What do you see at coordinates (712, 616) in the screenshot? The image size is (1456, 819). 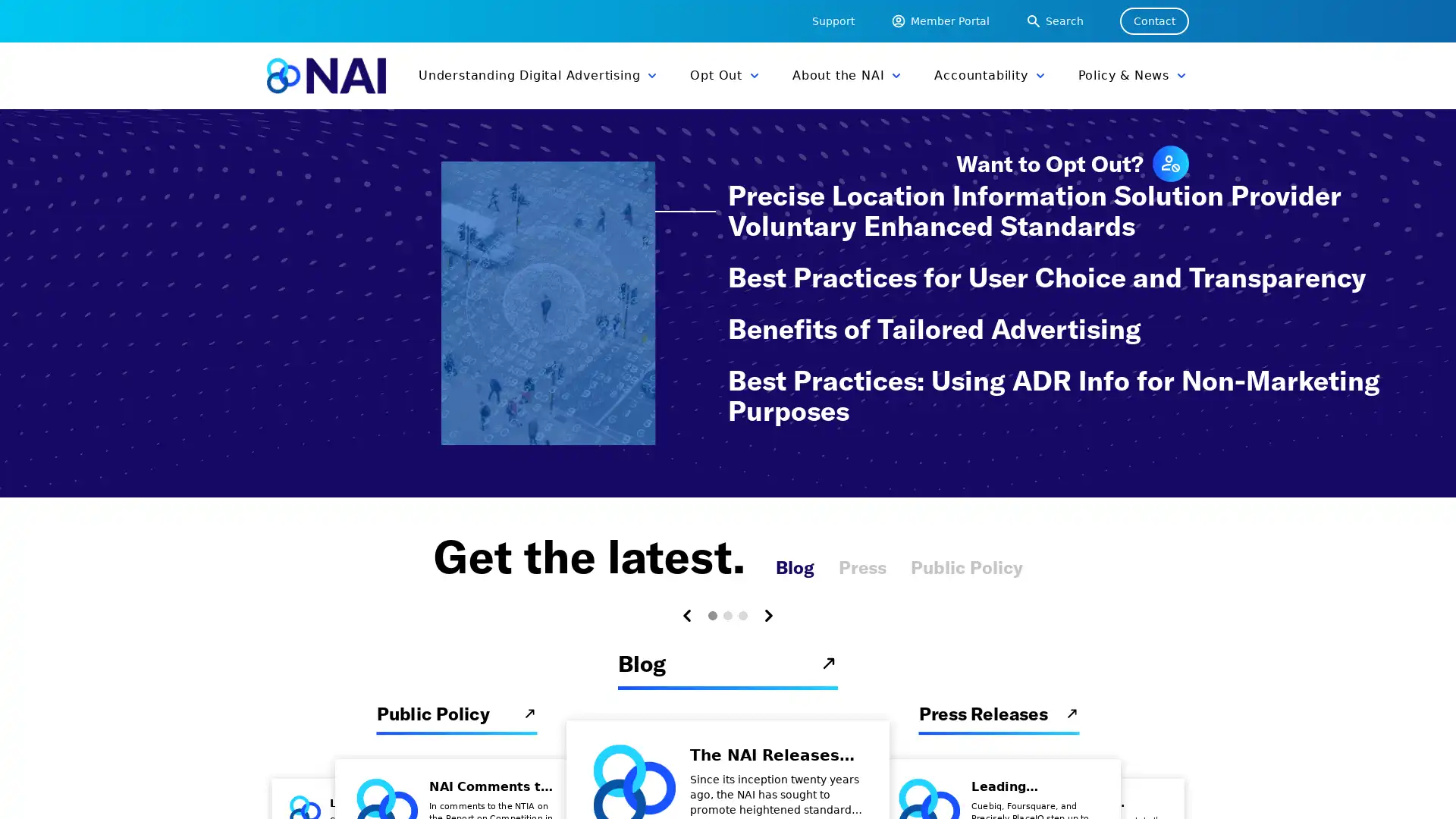 I see `Carousel Page 1 (Current Slide)` at bounding box center [712, 616].